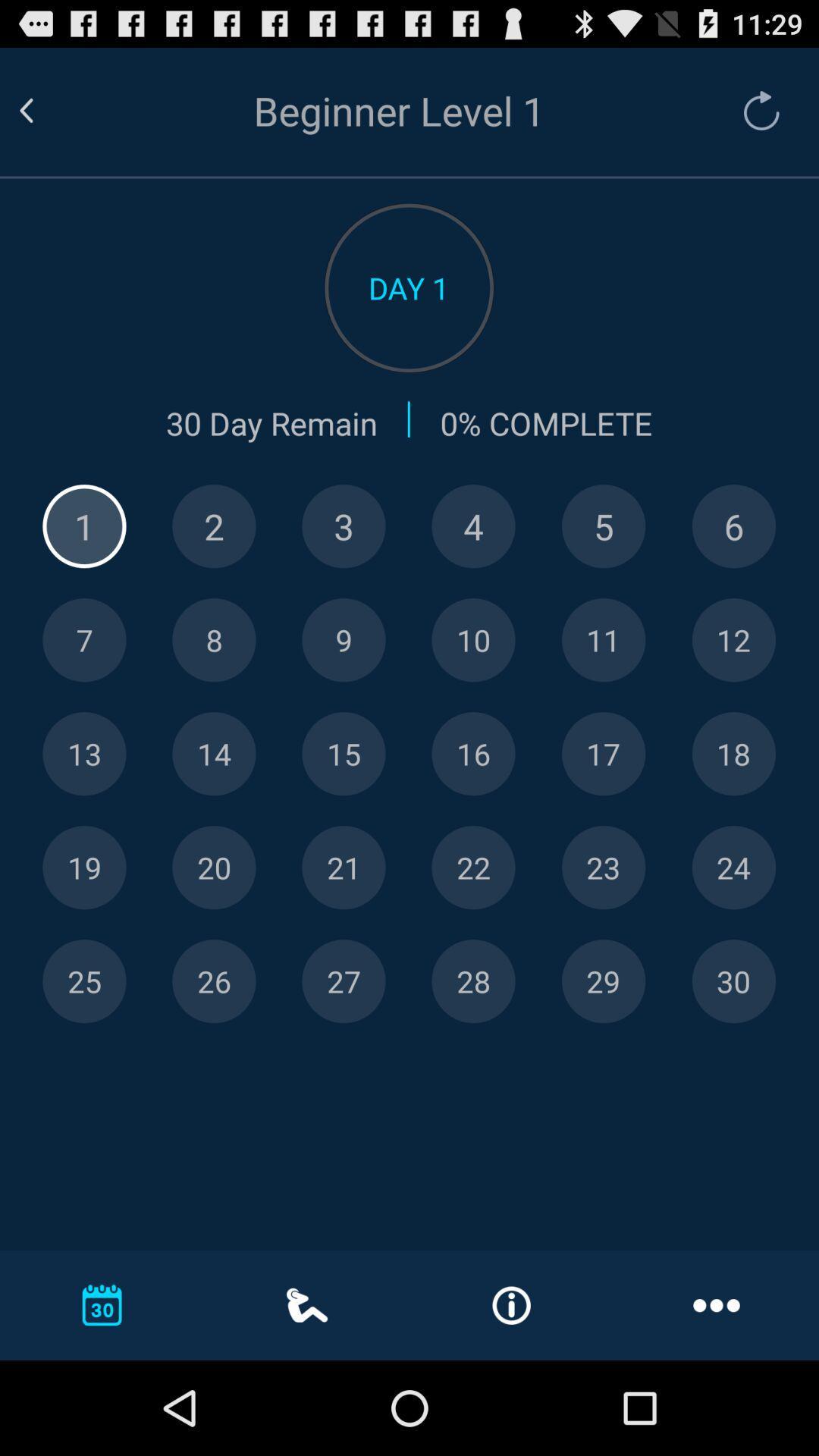 This screenshot has height=1456, width=819. Describe the element at coordinates (214, 754) in the screenshot. I see `highlights the number 14` at that location.